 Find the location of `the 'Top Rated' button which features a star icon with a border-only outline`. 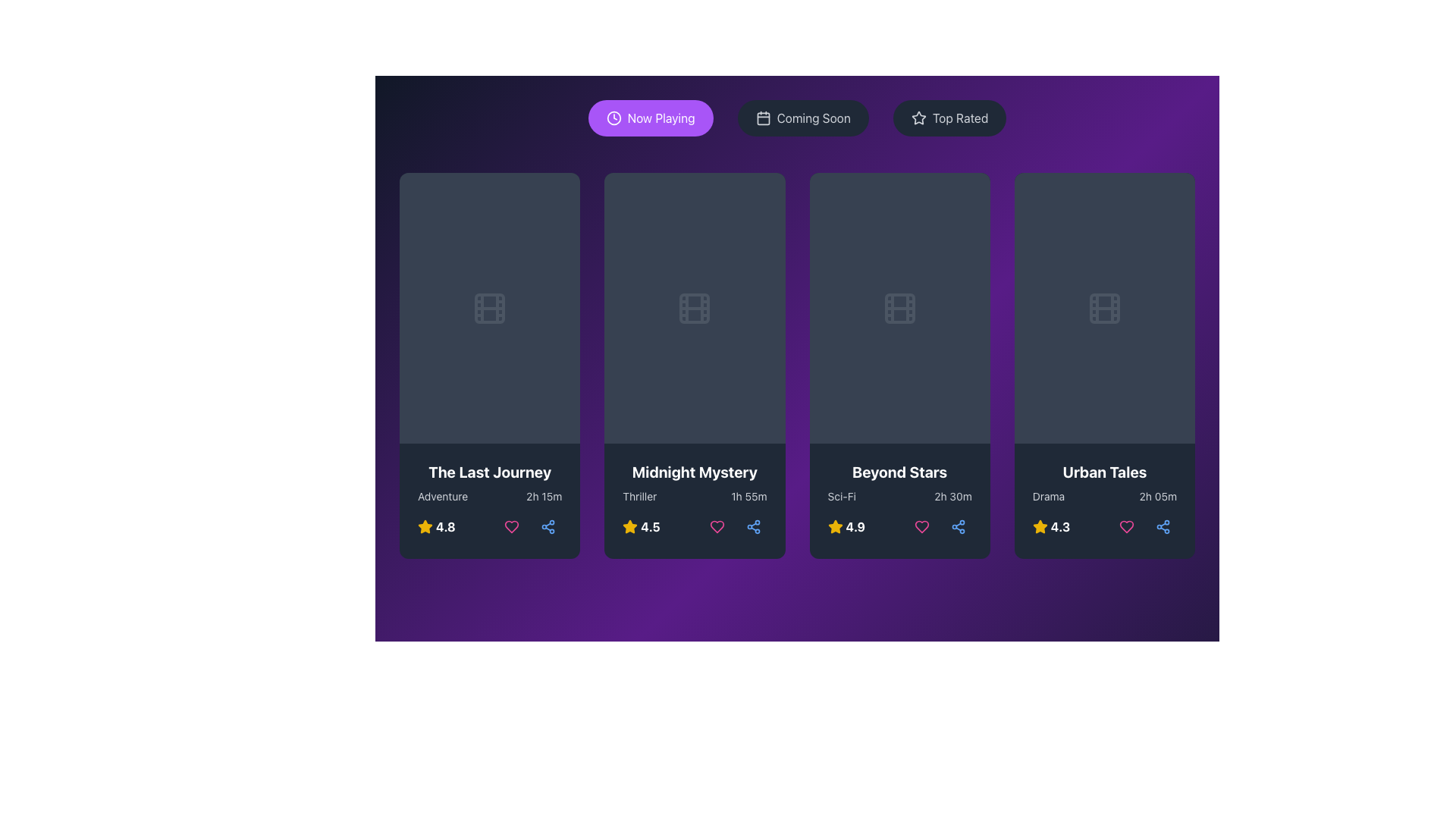

the 'Top Rated' button which features a star icon with a border-only outline is located at coordinates (918, 117).